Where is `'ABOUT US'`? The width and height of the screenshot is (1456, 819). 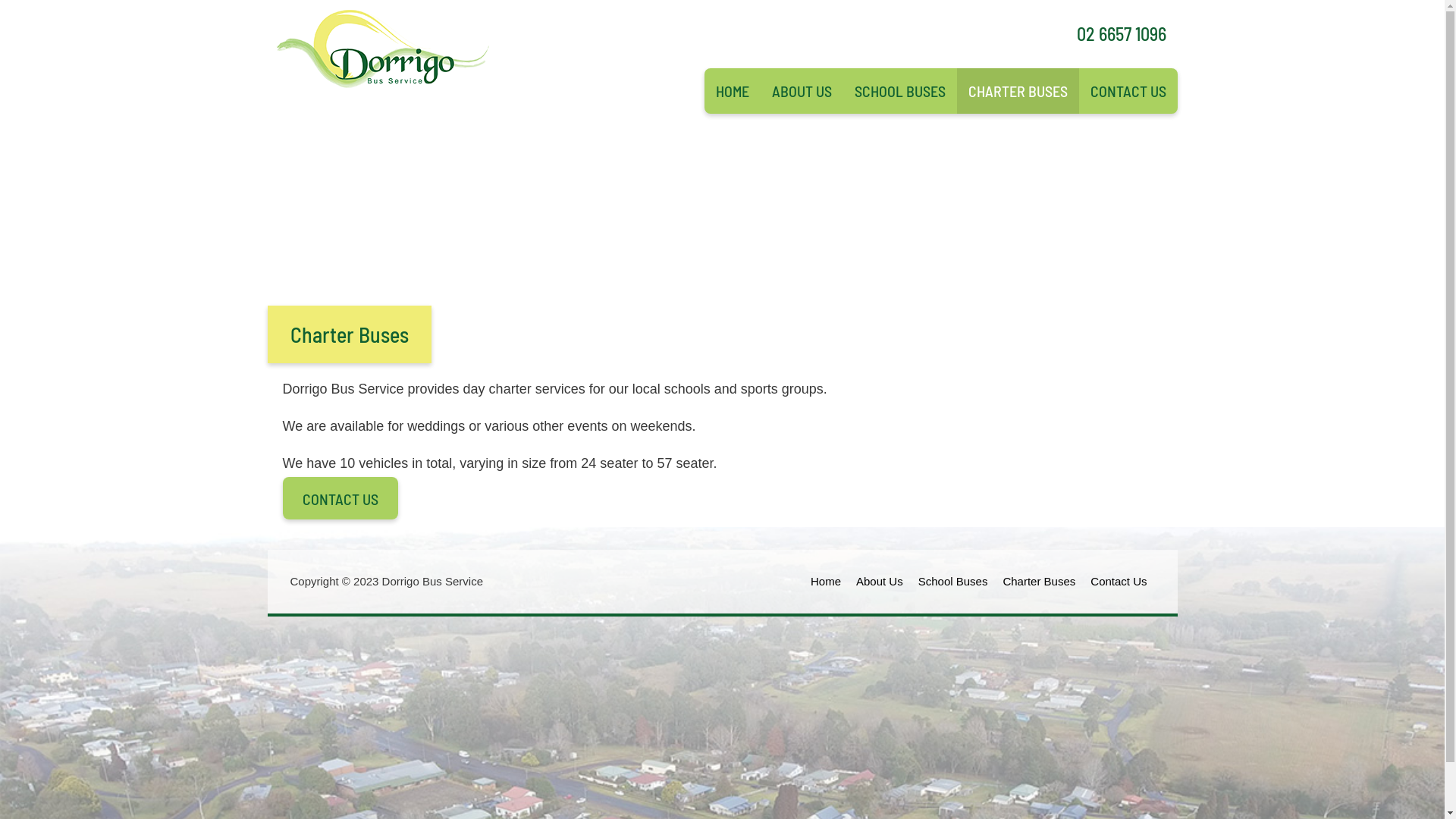 'ABOUT US' is located at coordinates (800, 90).